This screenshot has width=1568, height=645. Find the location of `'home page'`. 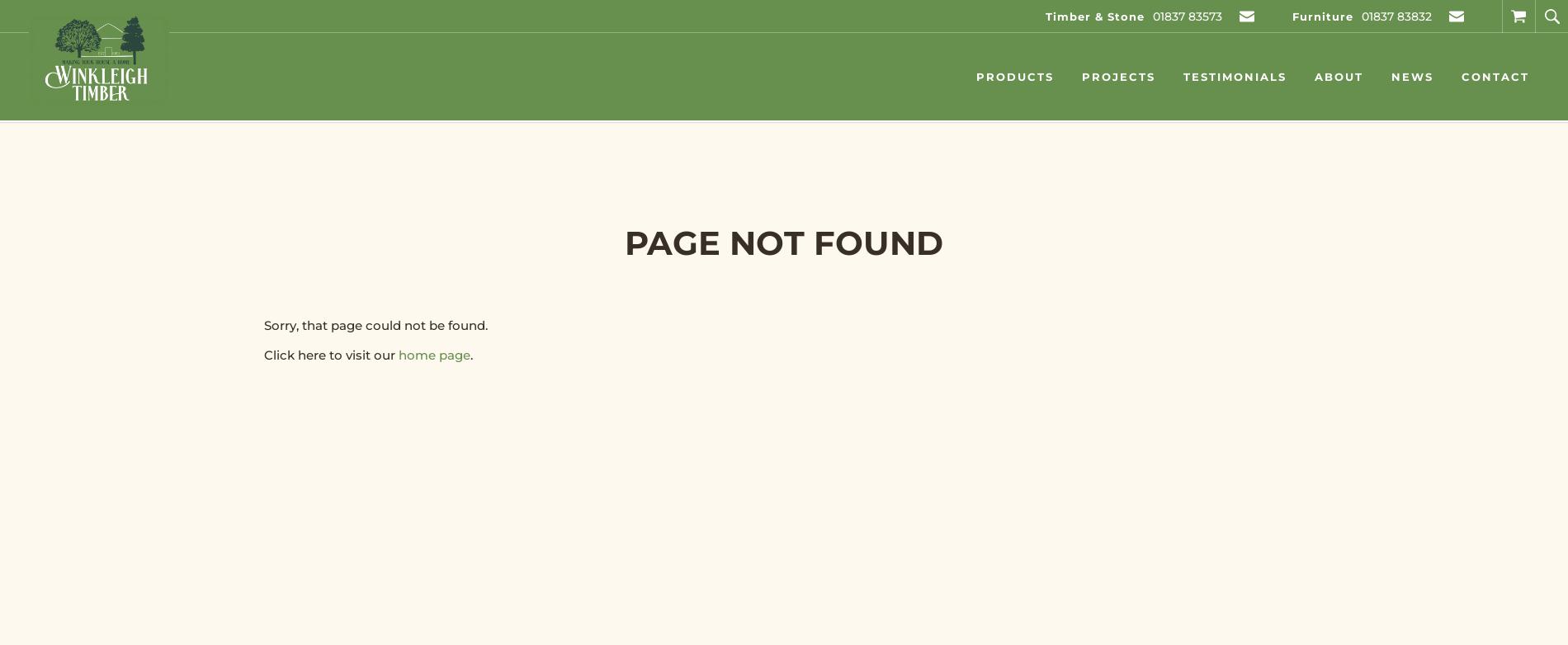

'home page' is located at coordinates (434, 355).